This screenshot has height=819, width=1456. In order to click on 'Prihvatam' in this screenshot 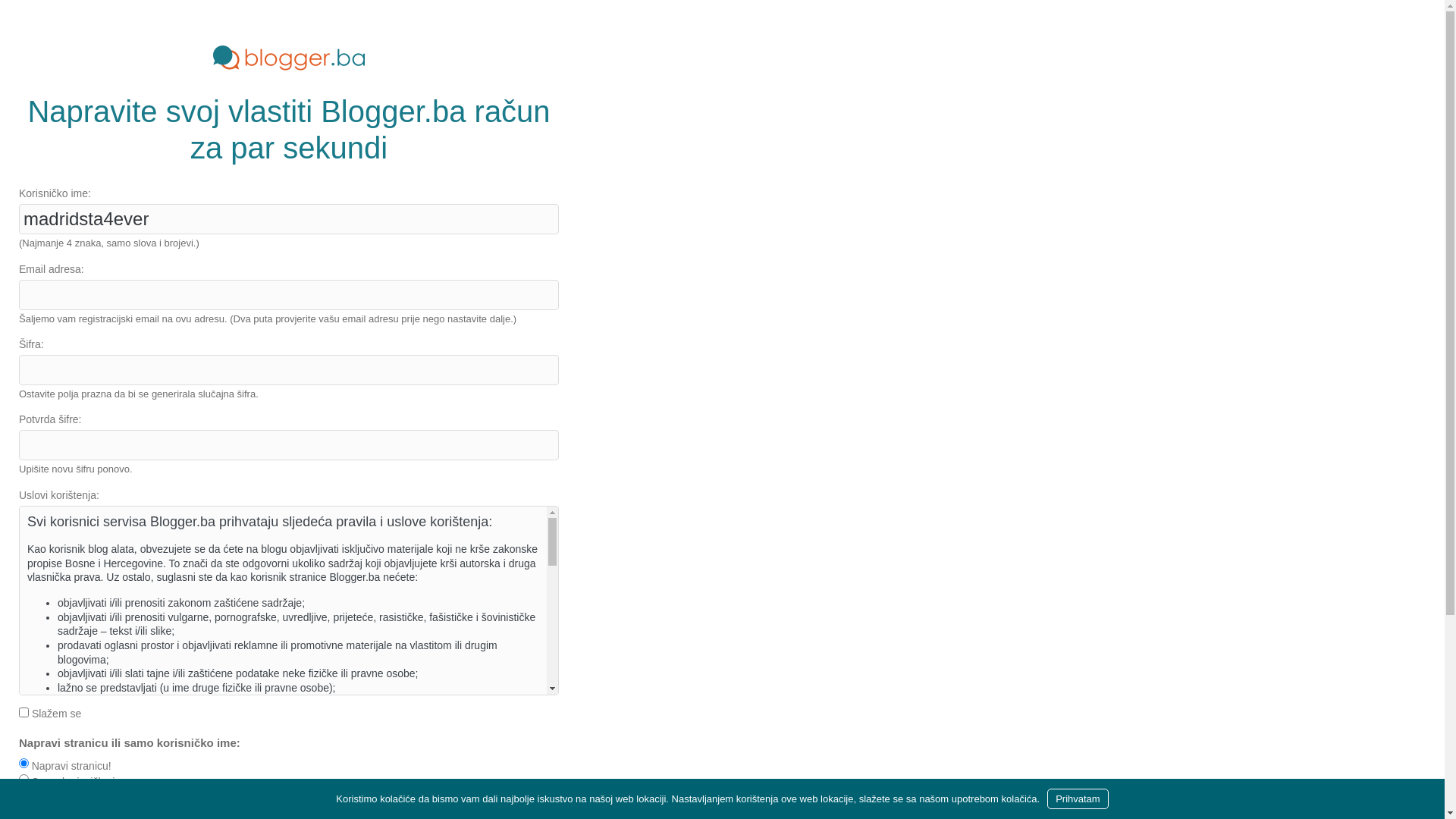, I will do `click(1077, 798)`.